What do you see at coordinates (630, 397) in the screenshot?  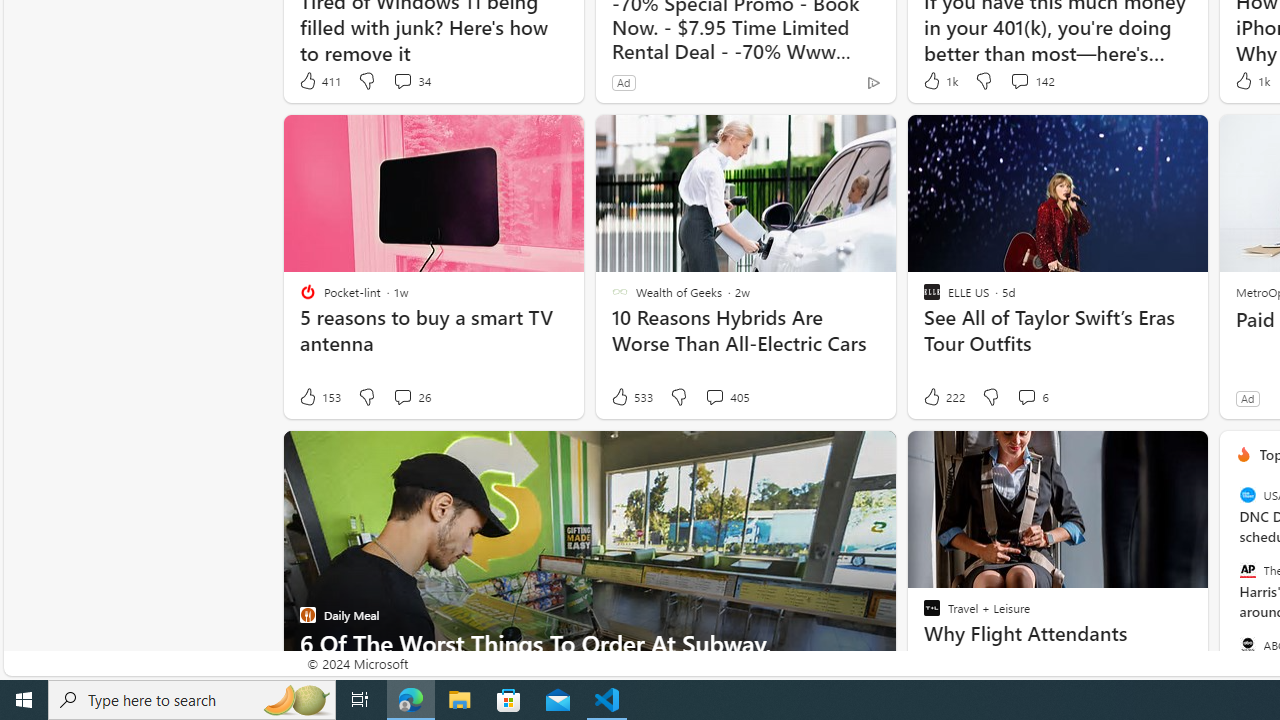 I see `'533 Like'` at bounding box center [630, 397].